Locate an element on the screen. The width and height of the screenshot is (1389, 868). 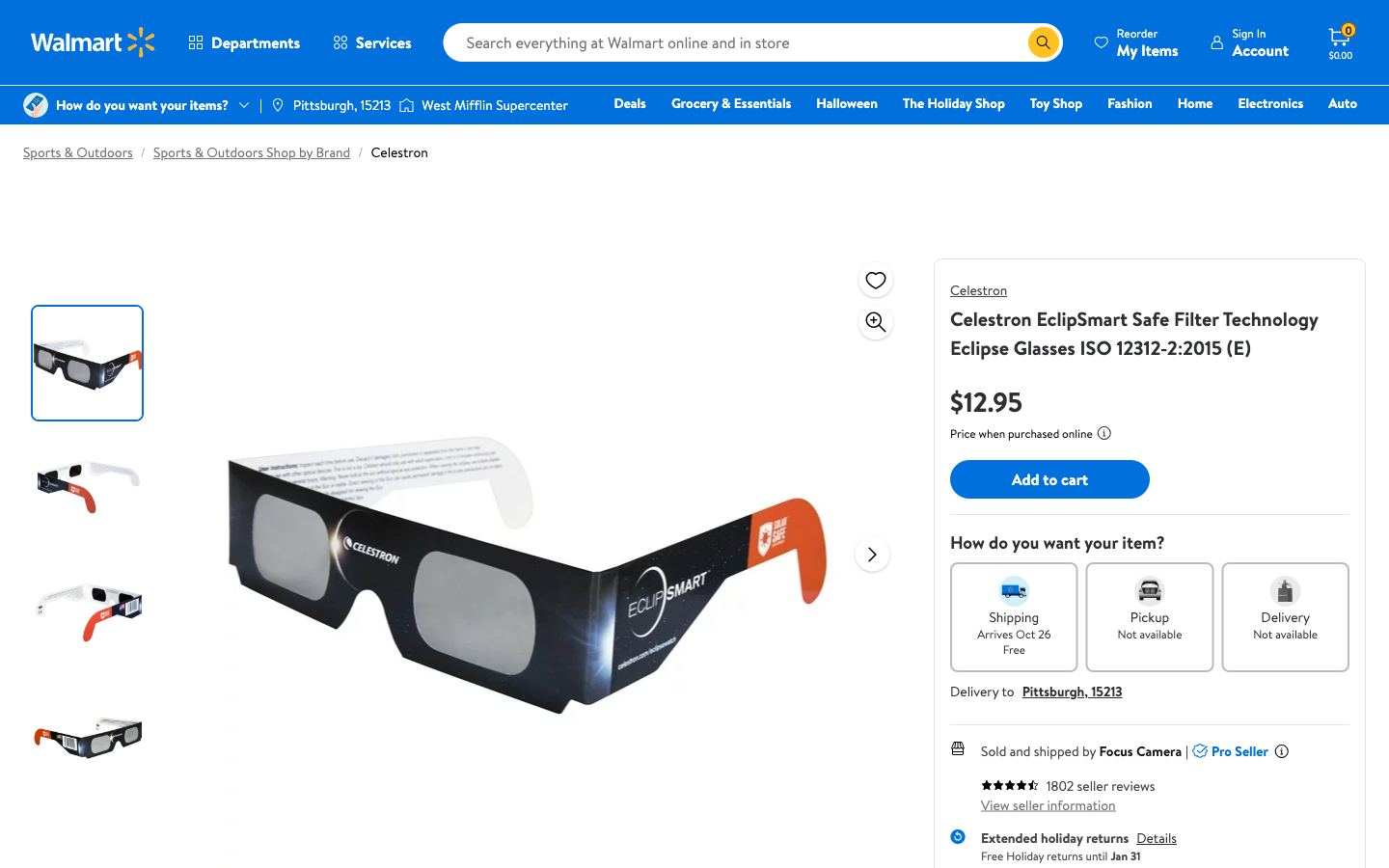
the return guidelines for the current merchandise is located at coordinates (1156, 838).